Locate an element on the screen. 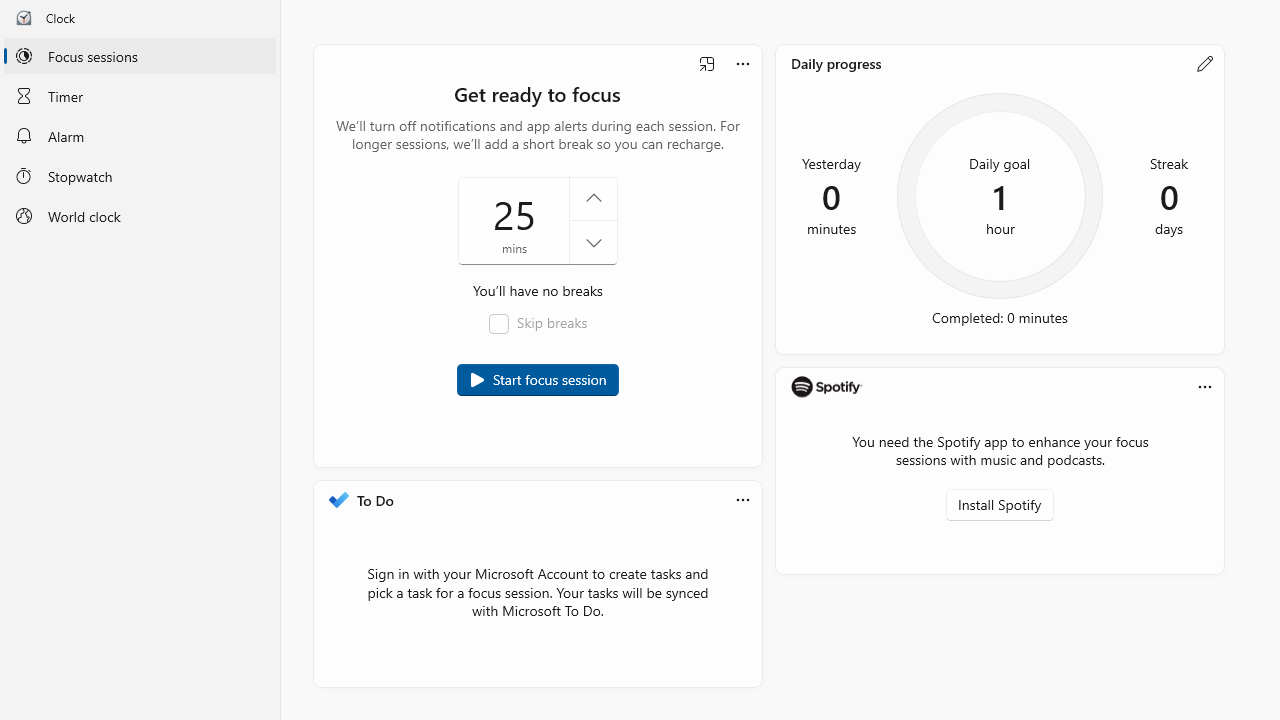 This screenshot has height=720, width=1280. 'Skip breaks' is located at coordinates (538, 323).